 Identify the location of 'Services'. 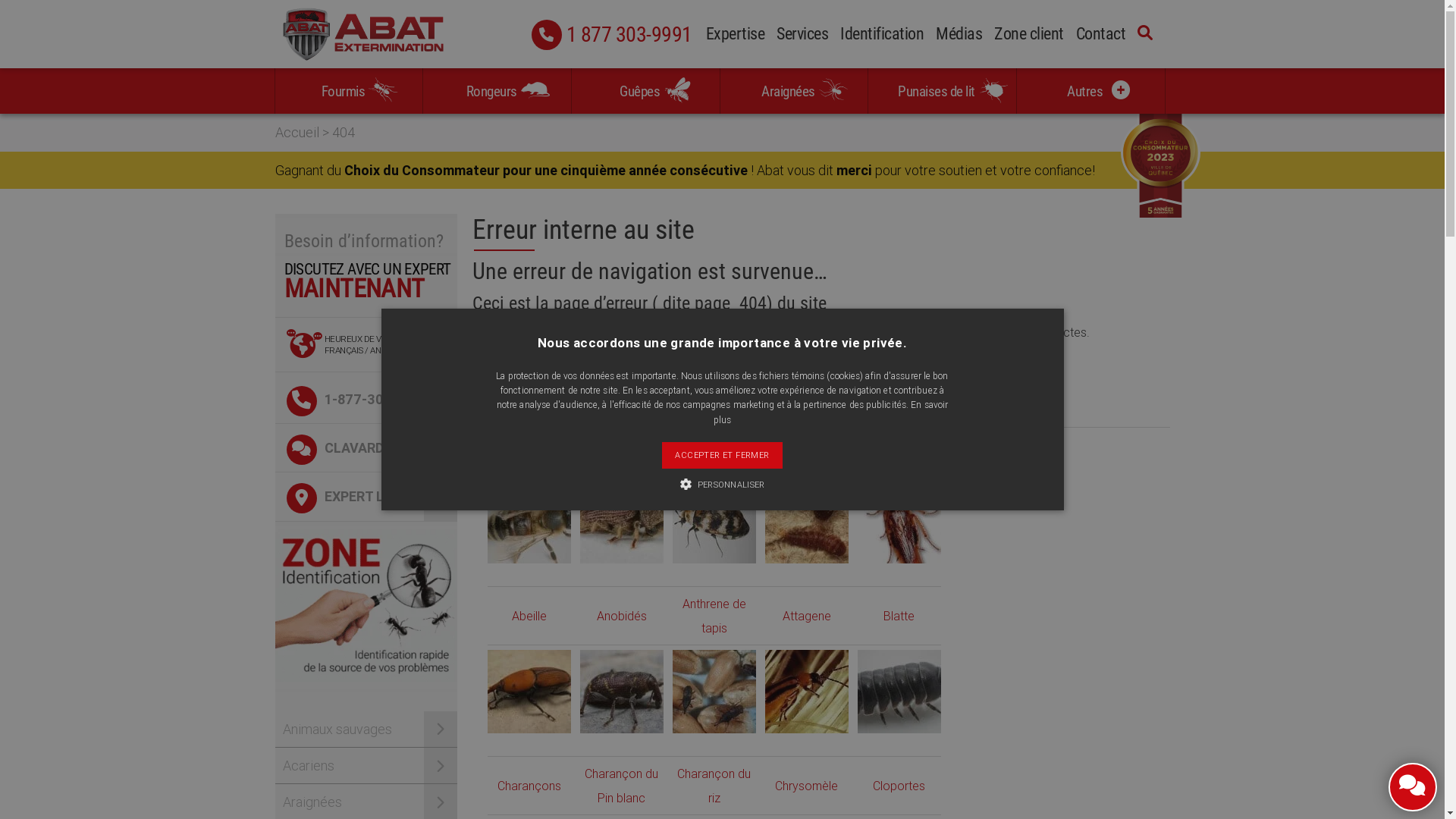
(801, 35).